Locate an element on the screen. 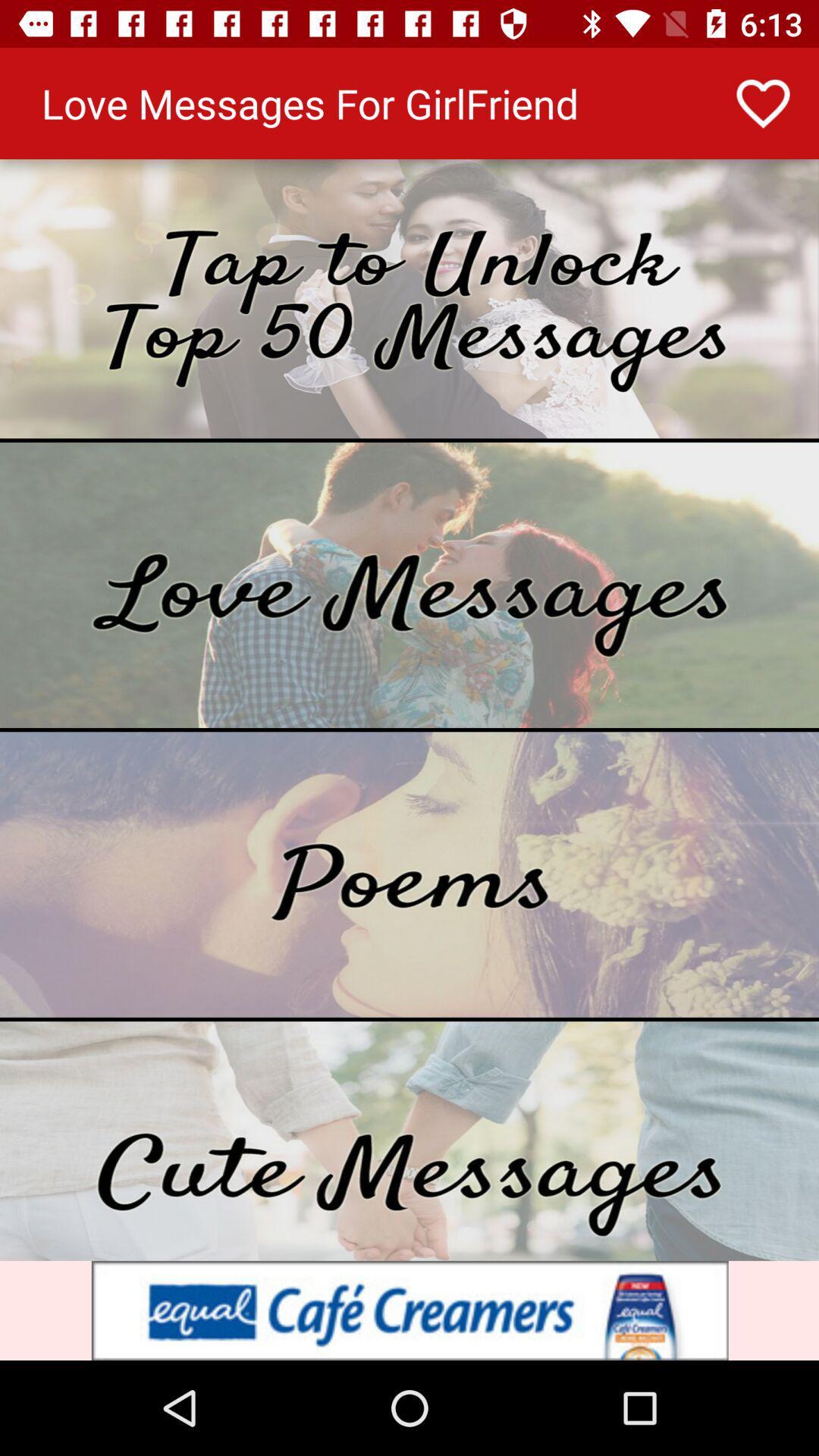 The image size is (819, 1456). poems is located at coordinates (409, 874).